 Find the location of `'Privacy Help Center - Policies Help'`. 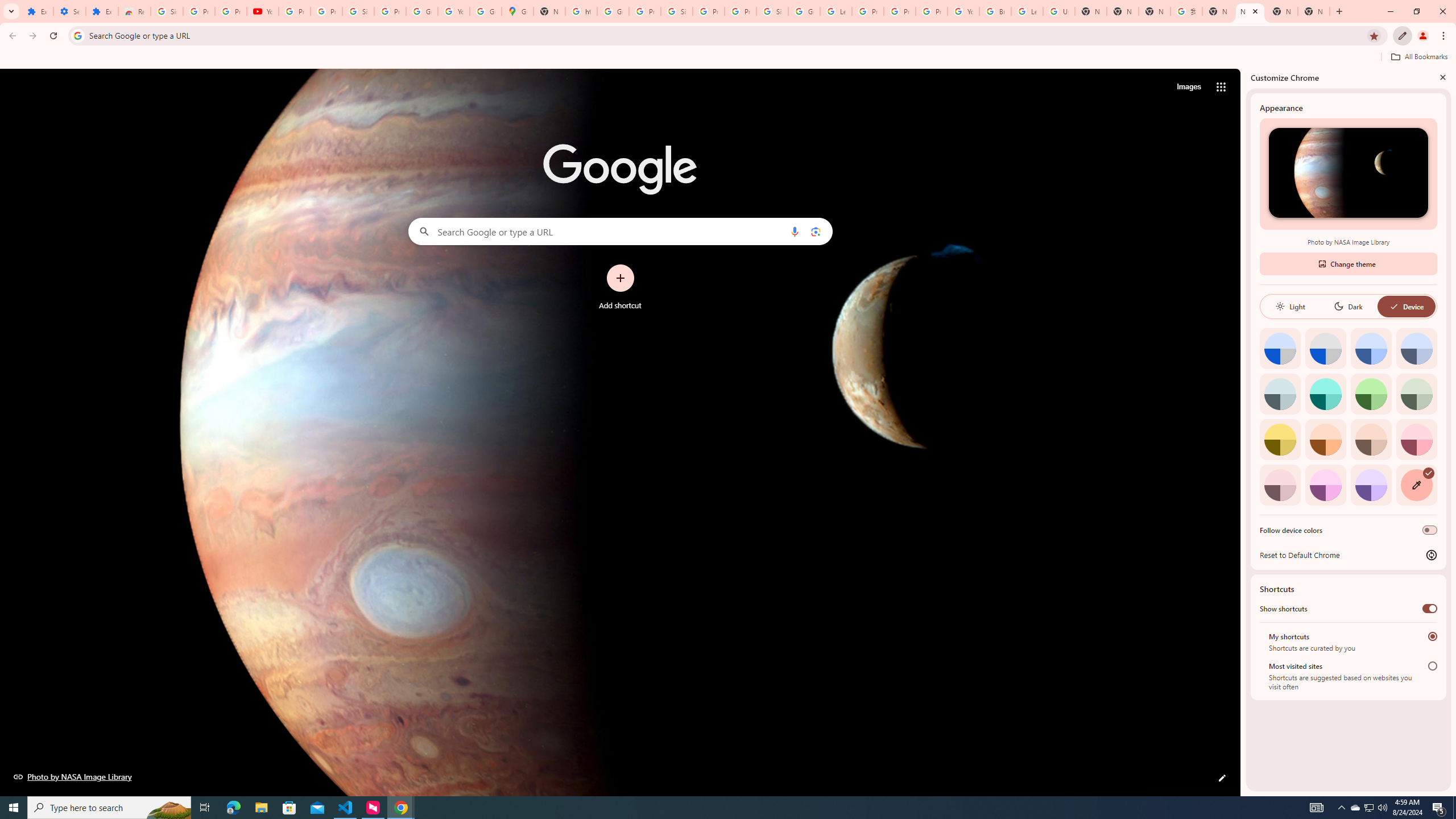

'Privacy Help Center - Policies Help' is located at coordinates (868, 11).